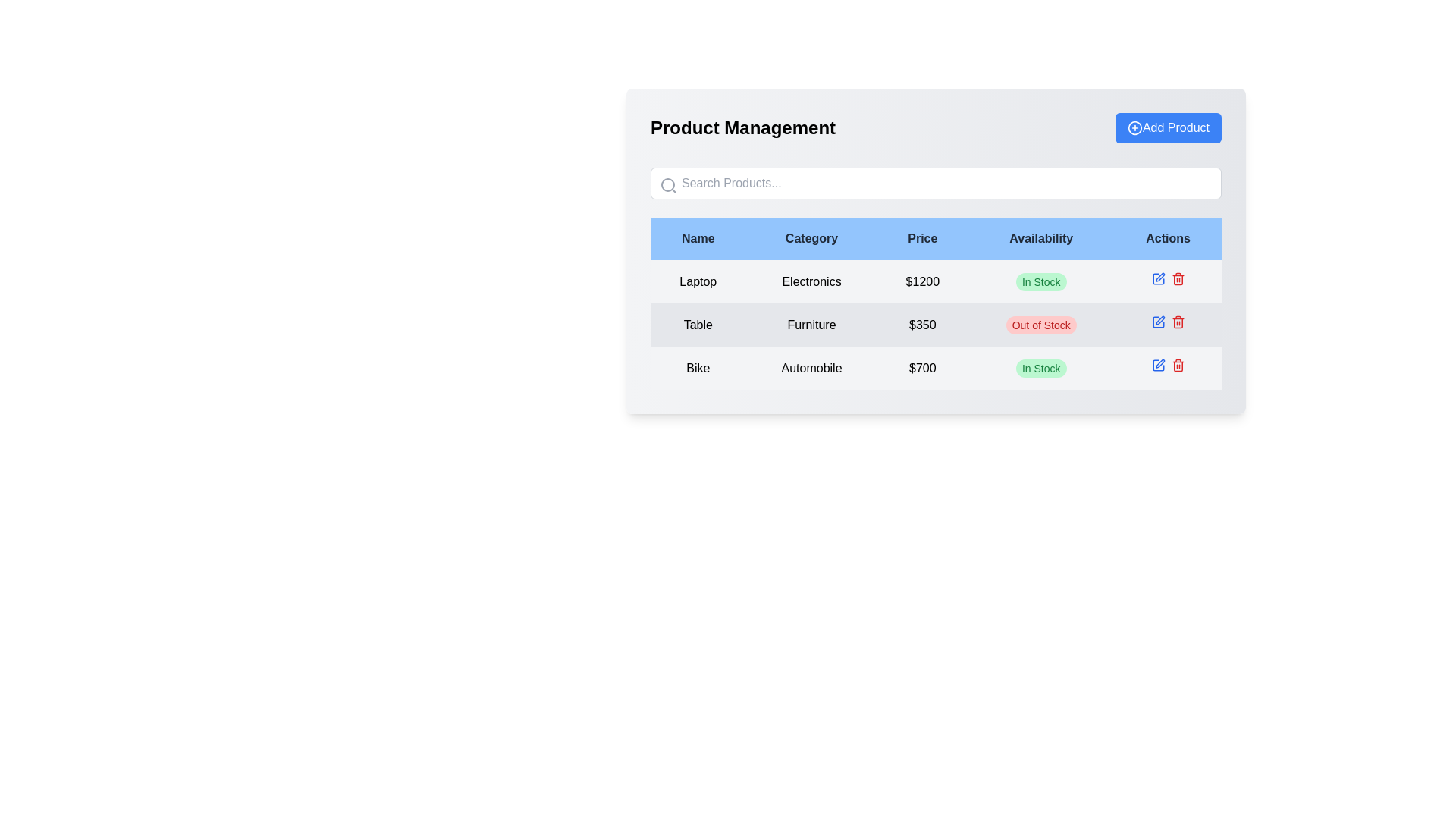 The height and width of the screenshot is (819, 1456). What do you see at coordinates (1167, 239) in the screenshot?
I see `the static text label displaying 'Actions' in bold, located in the fifth column header of the table layout` at bounding box center [1167, 239].